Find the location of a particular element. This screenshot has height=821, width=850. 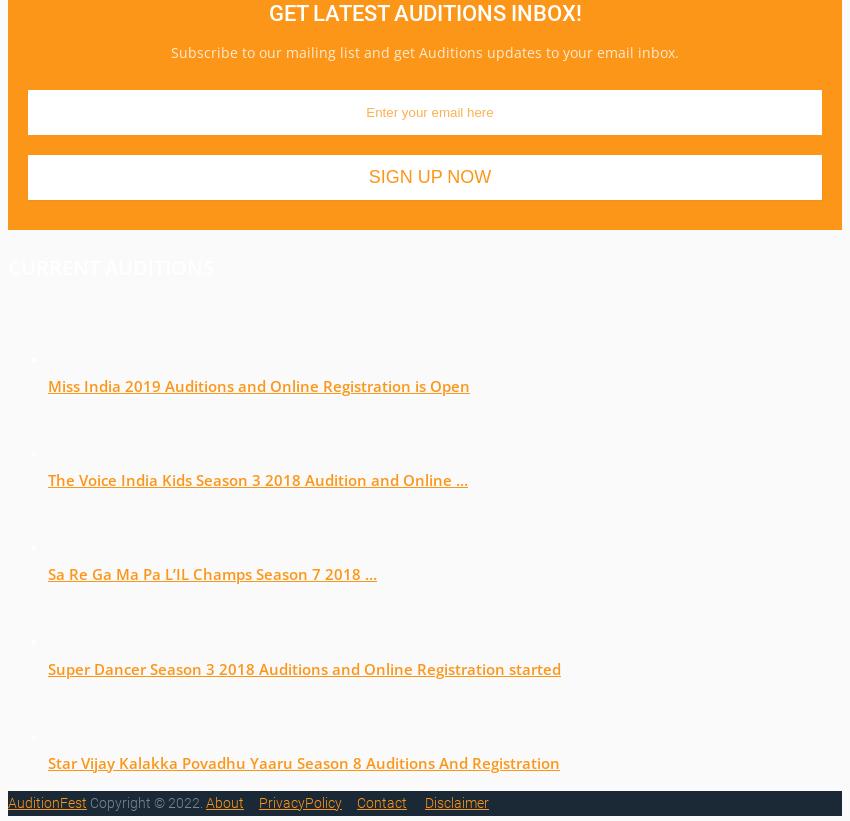

'Star Vijay Kalakka Povadhu Yaaru Season 8 Auditions And Registration' is located at coordinates (303, 760).